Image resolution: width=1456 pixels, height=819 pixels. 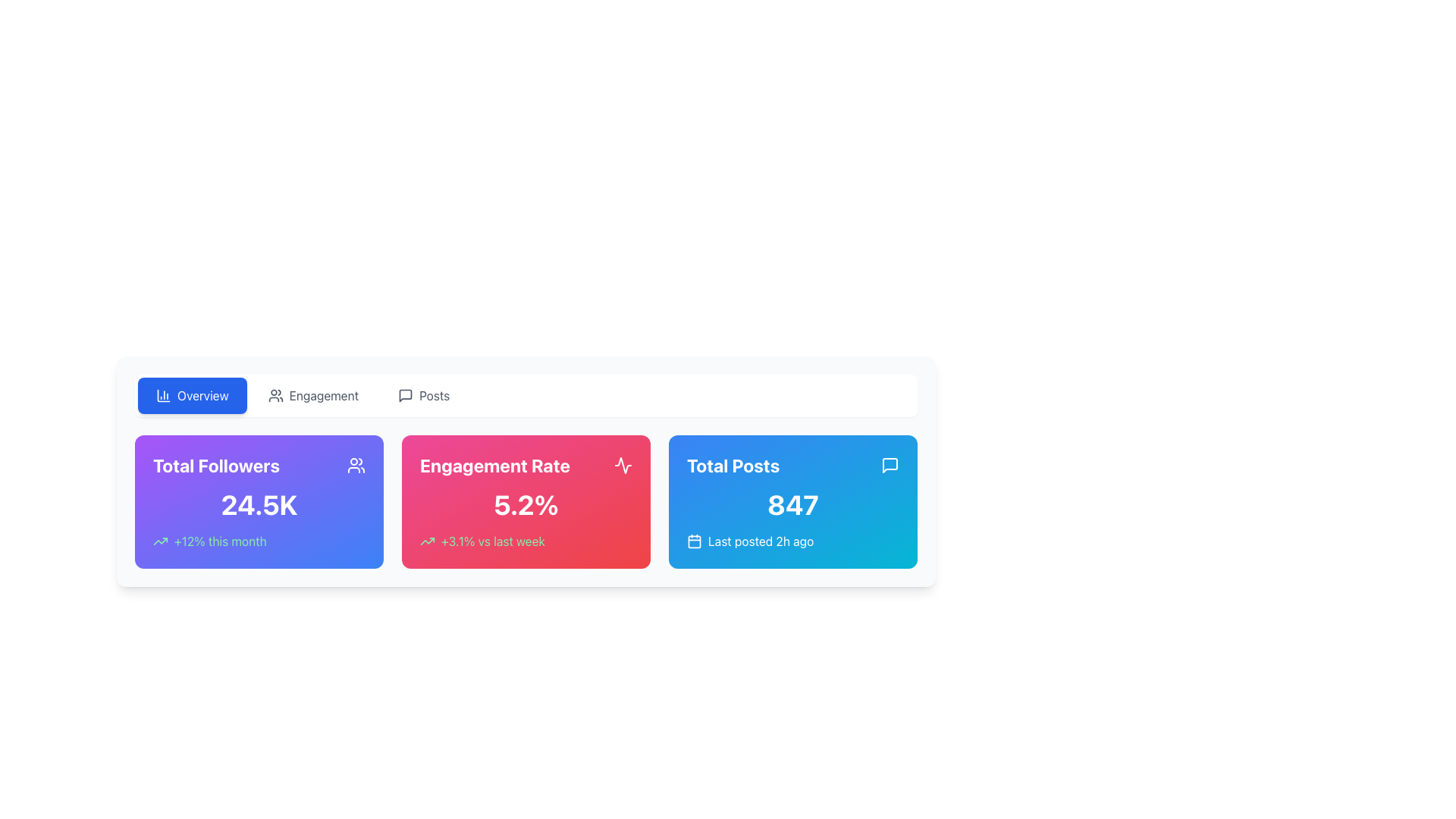 What do you see at coordinates (259, 502) in the screenshot?
I see `the first Informational Card displaying 'Total Followers', which features a gradient background and shows the number '24.5K' prominently in the center` at bounding box center [259, 502].